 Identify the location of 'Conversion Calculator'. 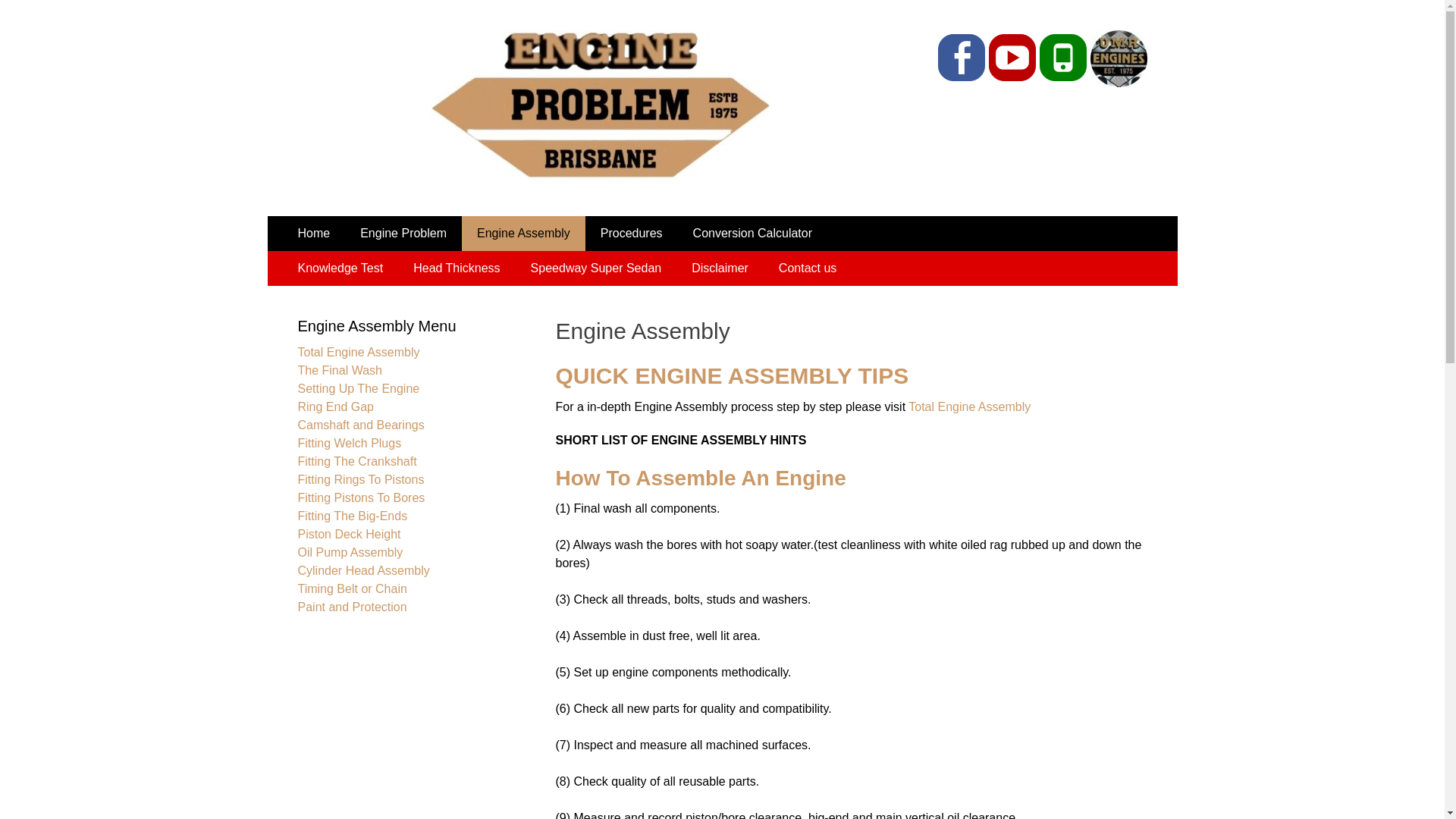
(752, 234).